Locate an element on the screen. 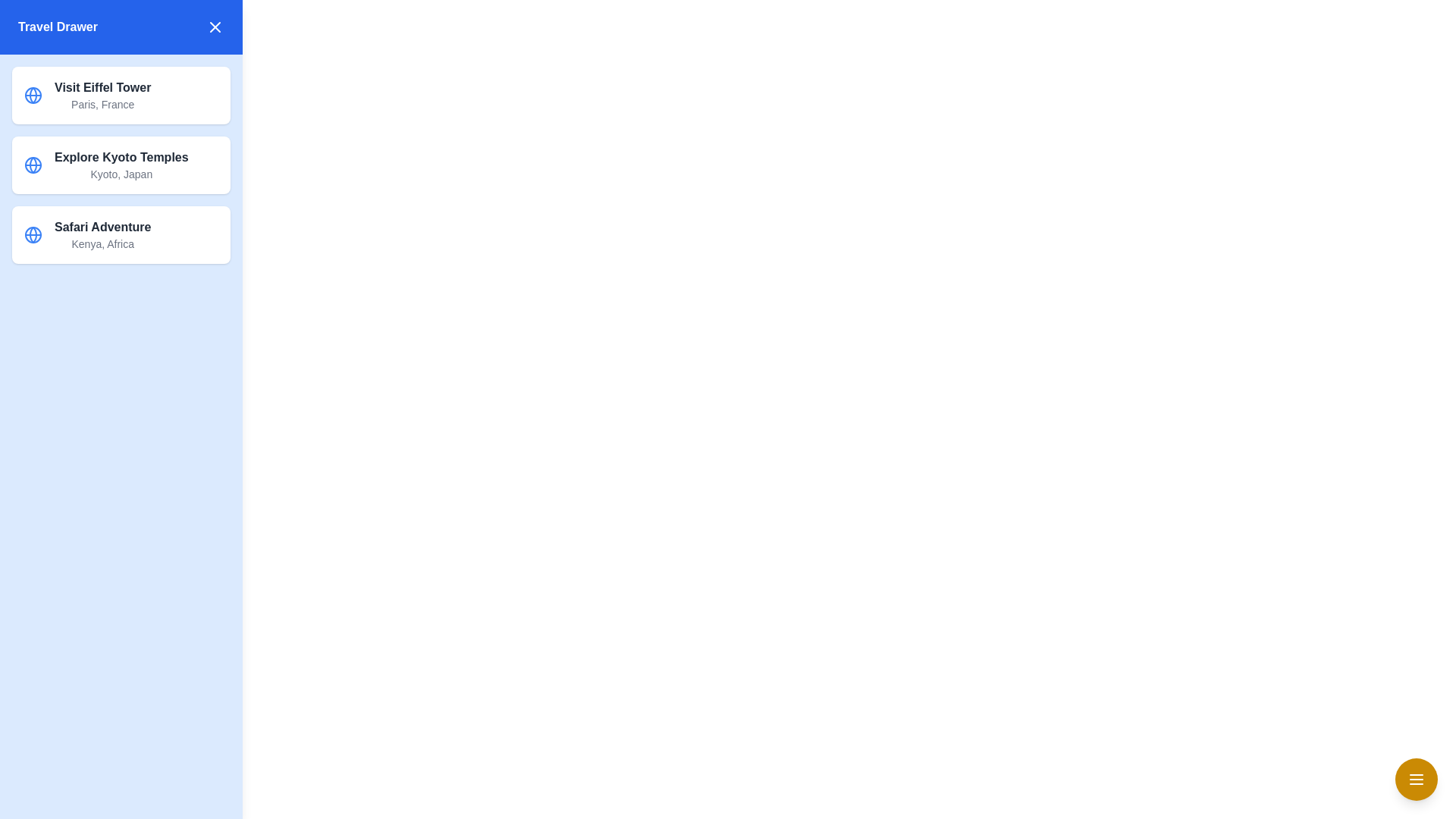 The width and height of the screenshot is (1456, 819). the travel destination card for the Eiffel Tower in Paris is located at coordinates (120, 96).